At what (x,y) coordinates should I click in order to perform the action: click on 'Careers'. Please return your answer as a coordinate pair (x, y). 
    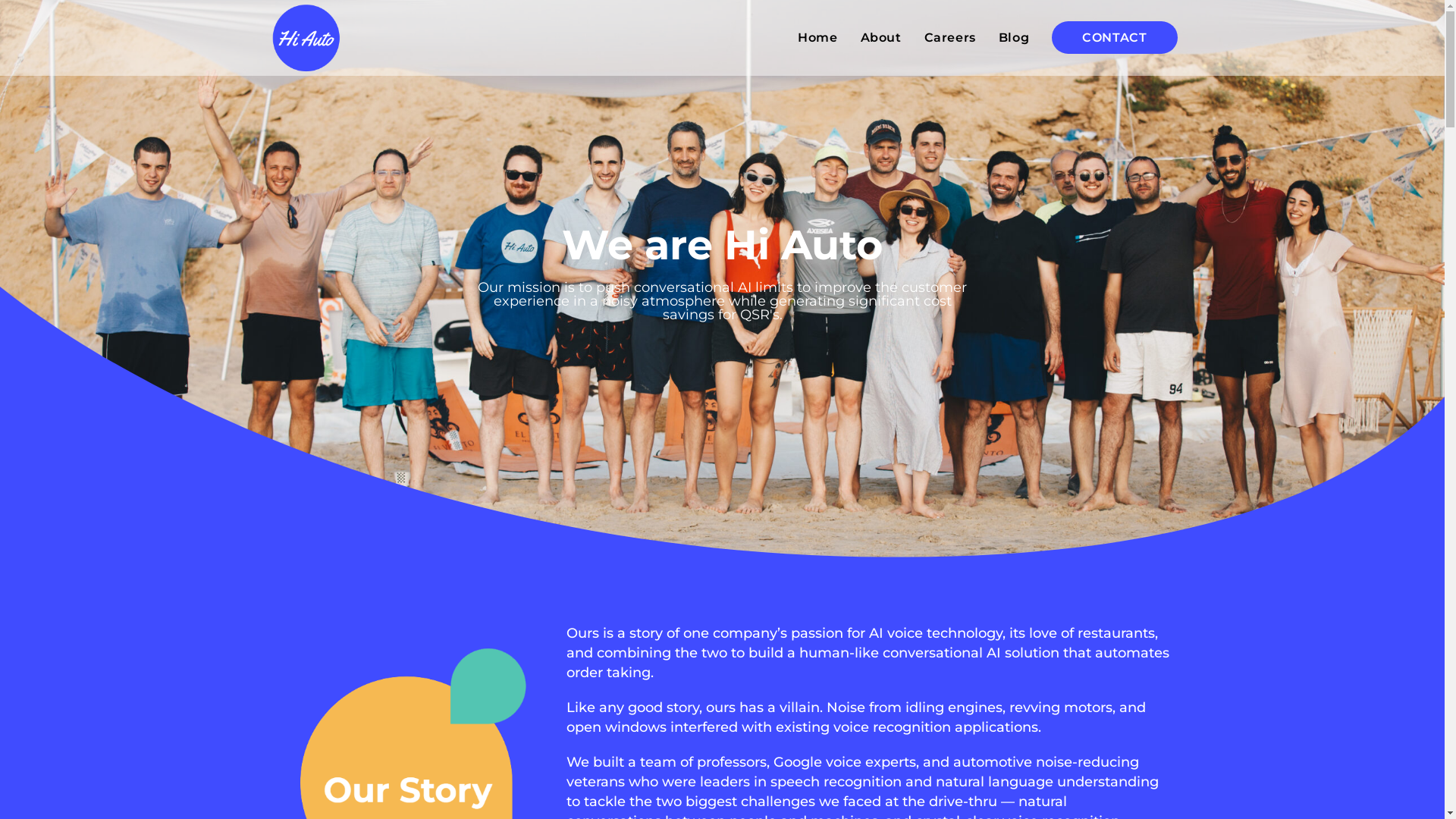
    Looking at the image, I should click on (949, 36).